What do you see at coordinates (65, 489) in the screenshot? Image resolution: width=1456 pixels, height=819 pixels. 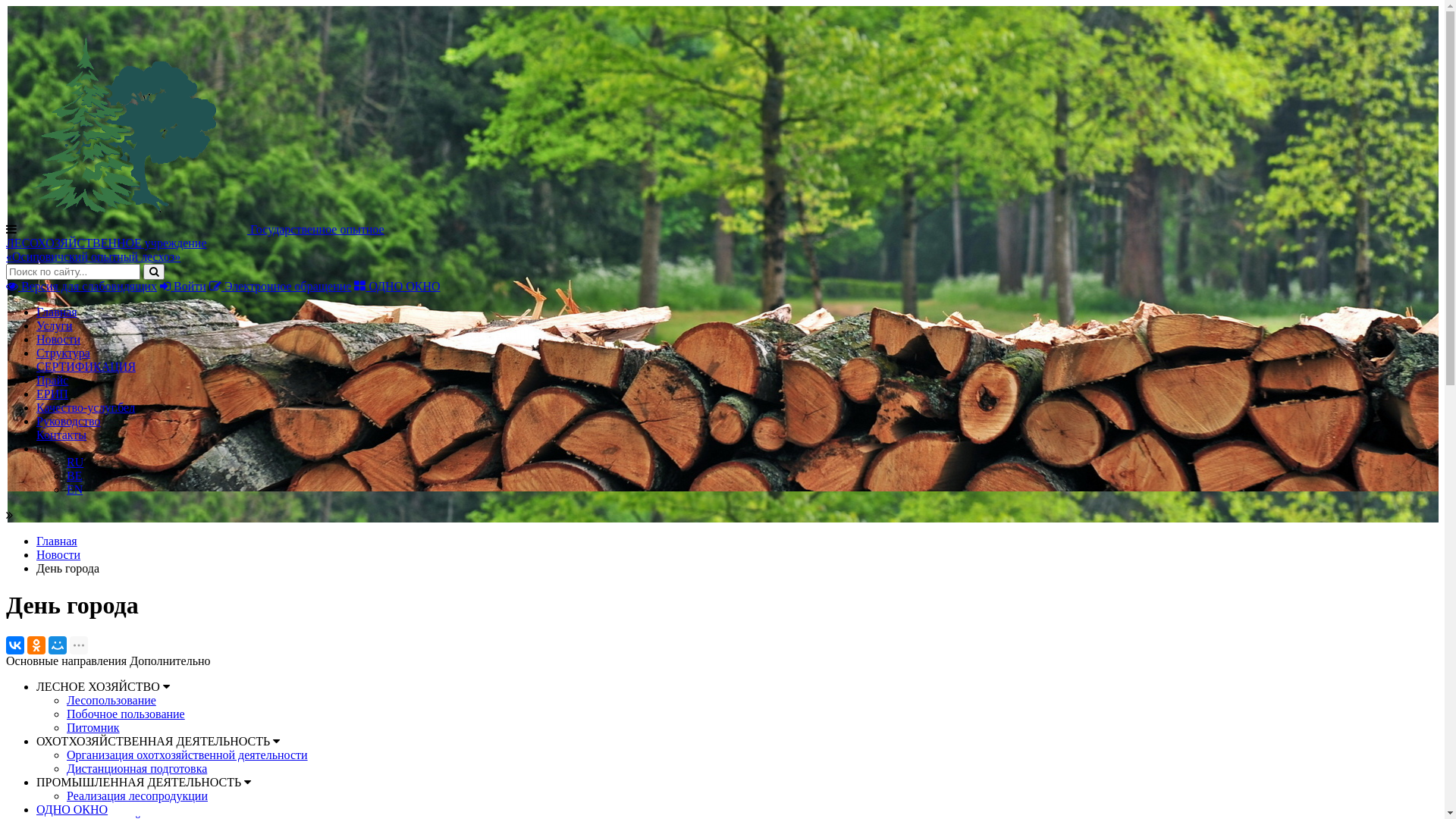 I see `'EN'` at bounding box center [65, 489].